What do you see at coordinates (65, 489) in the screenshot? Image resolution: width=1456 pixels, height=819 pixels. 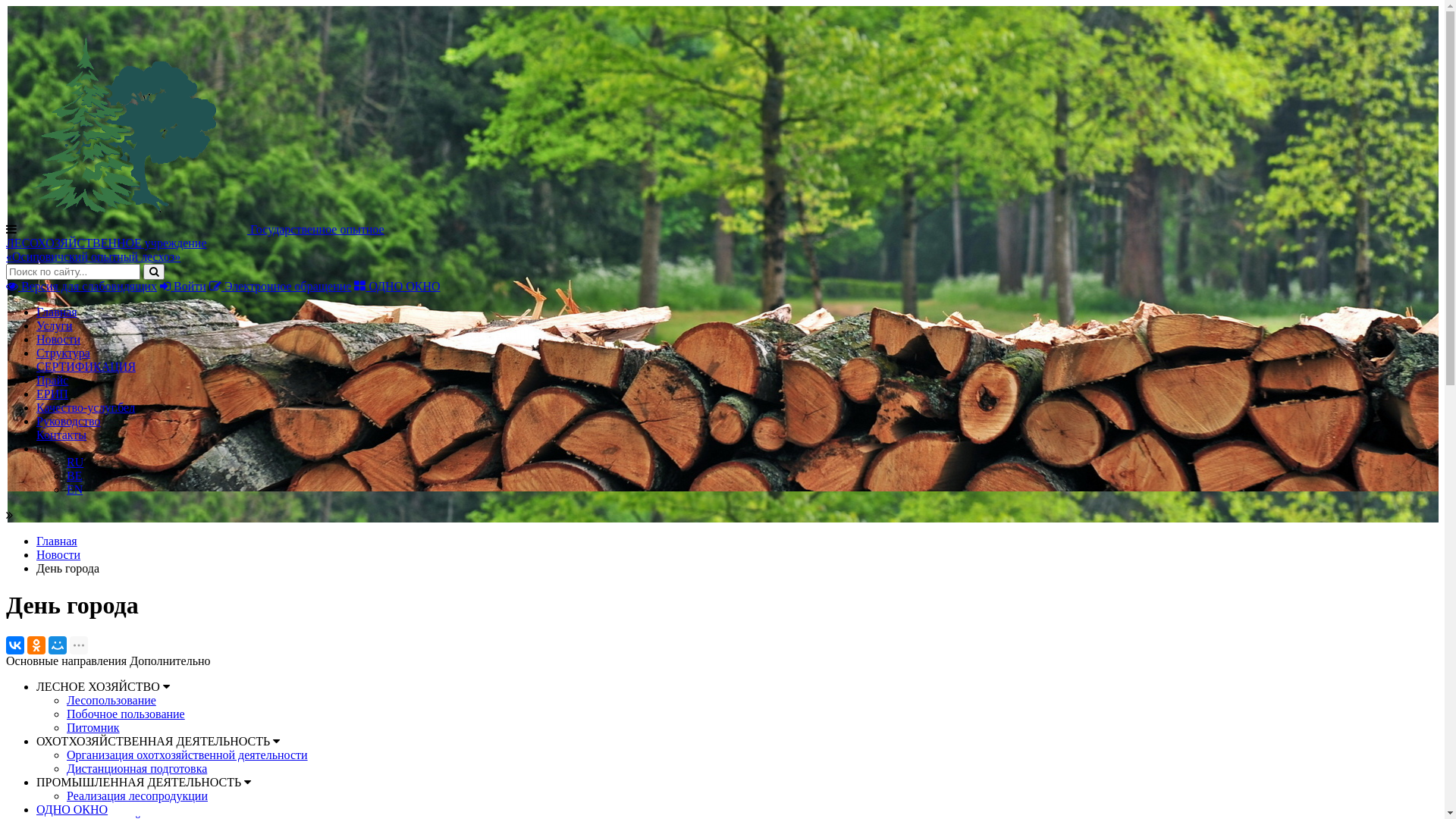 I see `'EN'` at bounding box center [65, 489].